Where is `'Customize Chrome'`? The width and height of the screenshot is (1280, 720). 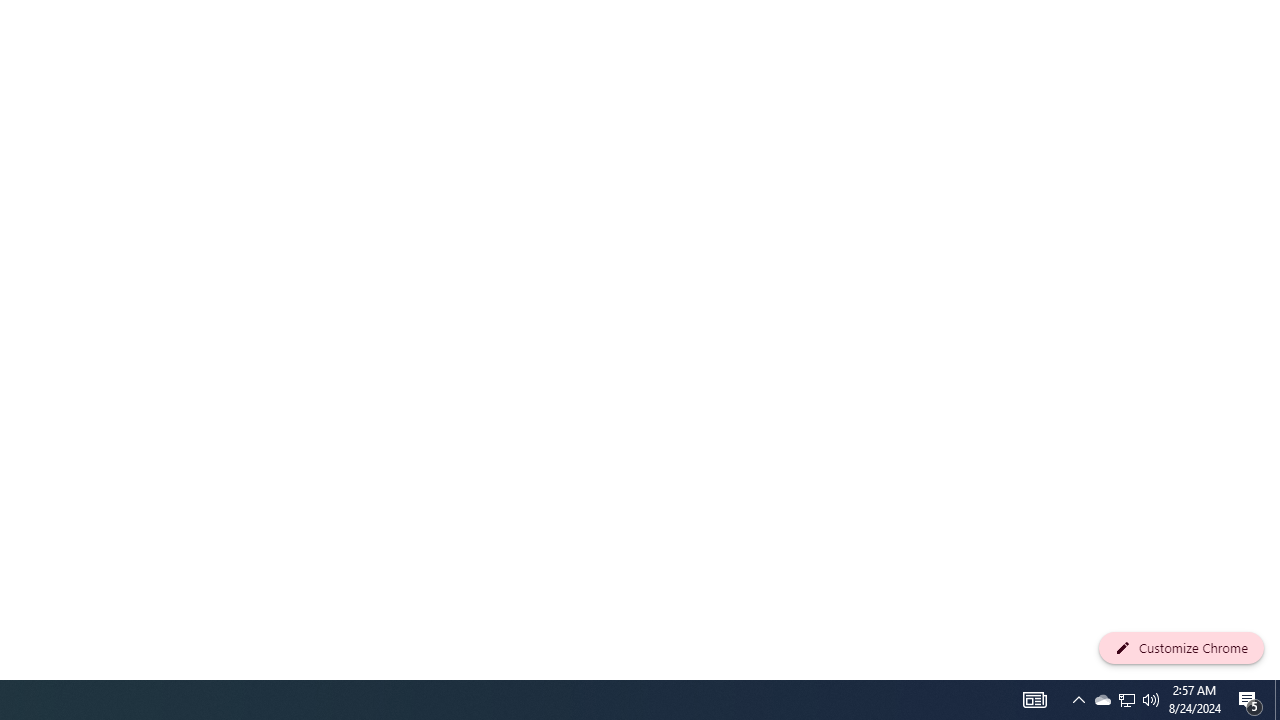
'Customize Chrome' is located at coordinates (1181, 648).